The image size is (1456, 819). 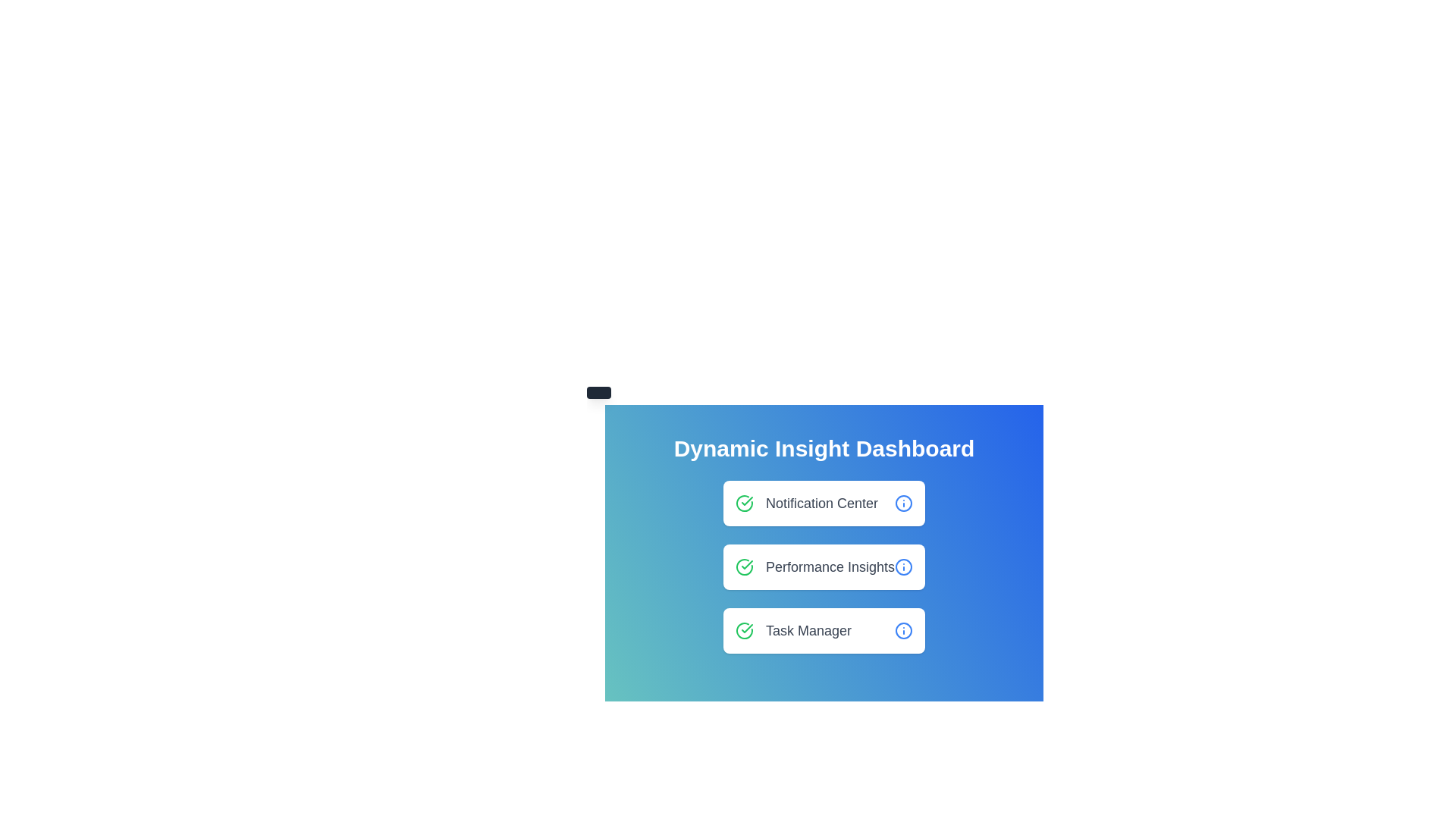 I want to click on text content of the 'Notification Center' label, which is the first item in a list within a white rounded rectangle box below the 'Dynamic Insight Dashboard' heading, so click(x=806, y=503).